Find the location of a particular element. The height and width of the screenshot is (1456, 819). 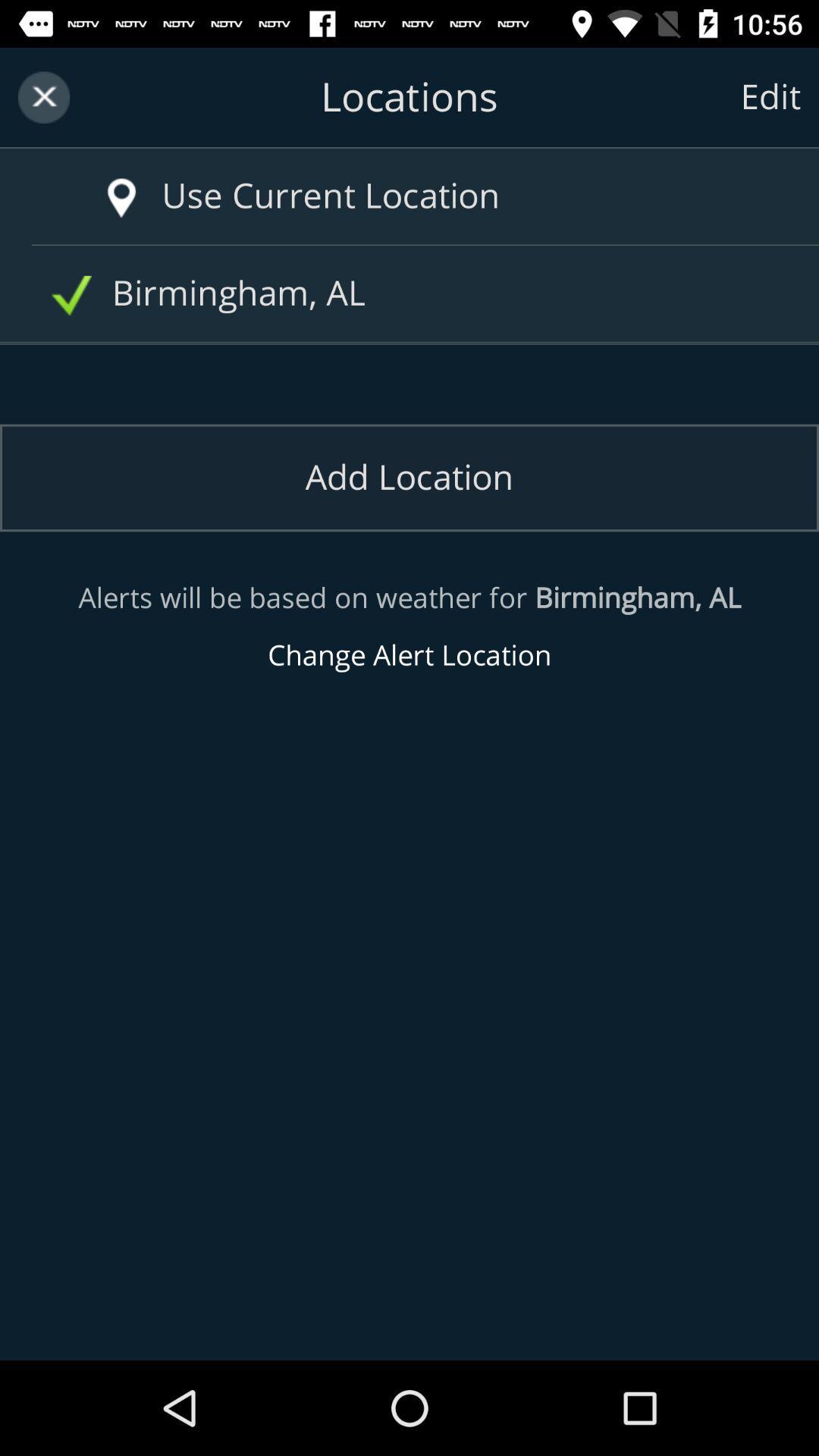

the tick mark left to birmingham al is located at coordinates (71, 295).